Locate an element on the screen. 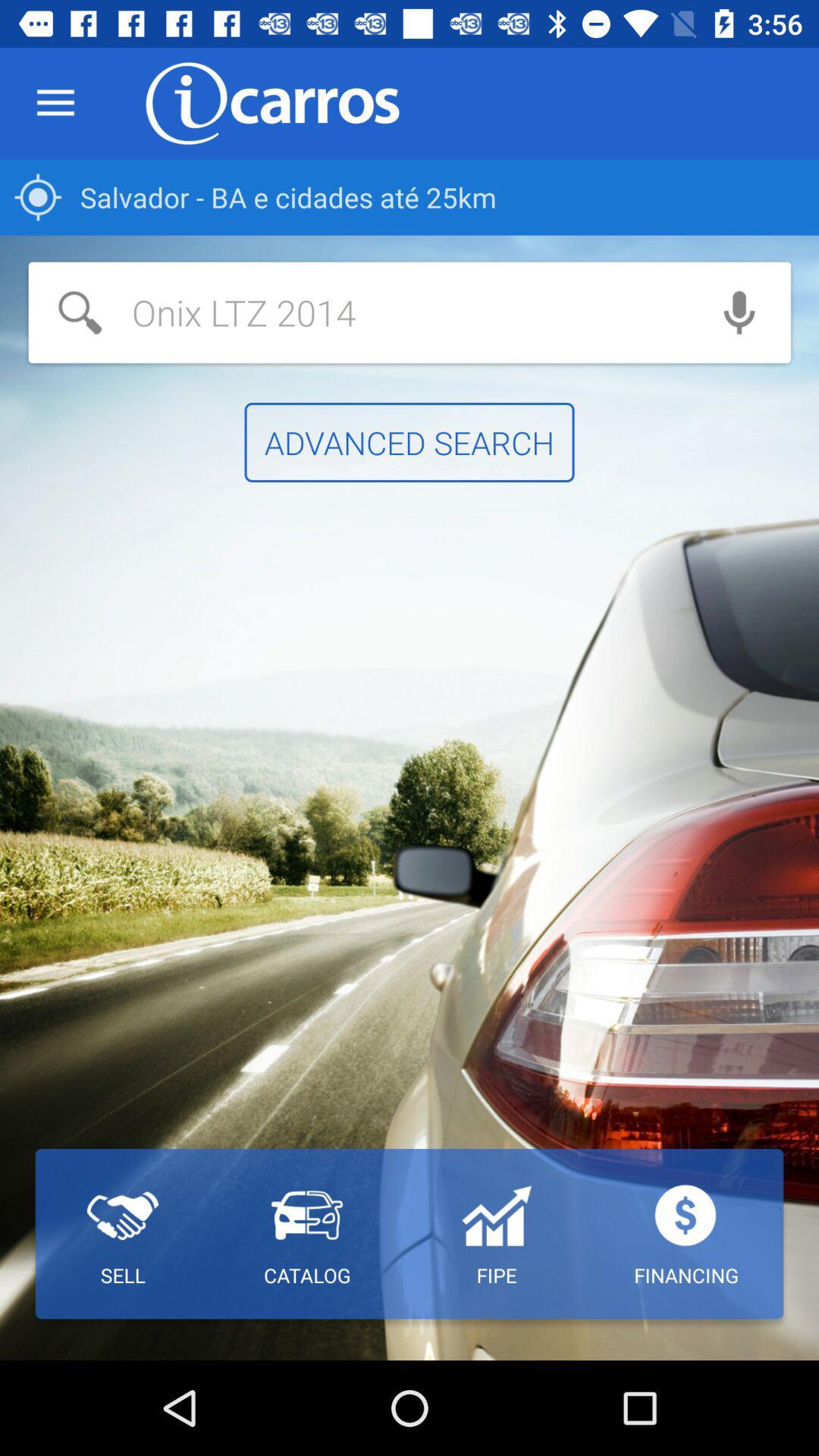  icon to the left of catalog is located at coordinates (122, 1234).